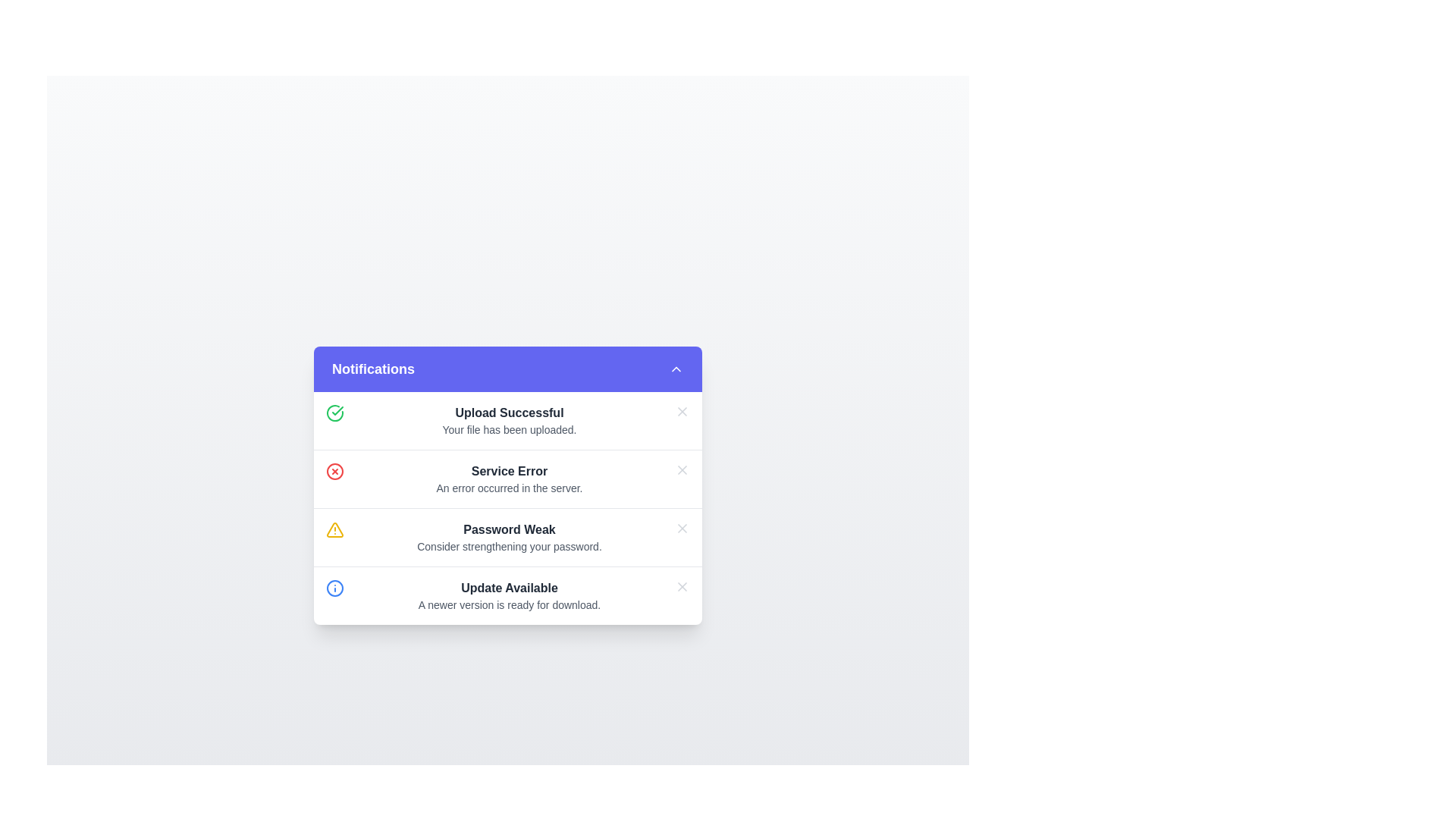 The width and height of the screenshot is (1456, 819). I want to click on notification message display area located at the bottom of the Notifications modal, which informs the user about the availability of an updated version, so click(510, 595).